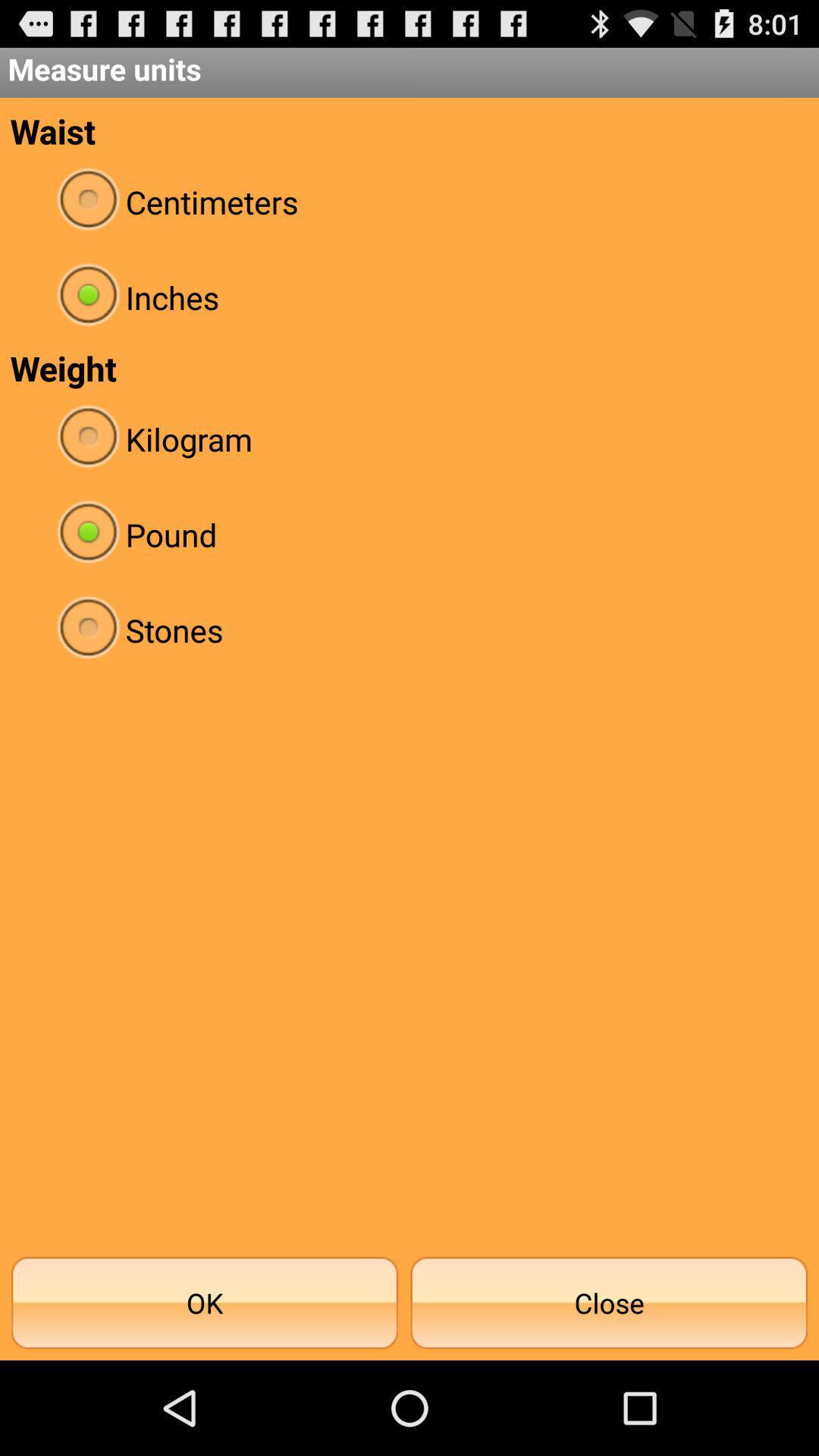 Image resolution: width=819 pixels, height=1456 pixels. Describe the element at coordinates (409, 438) in the screenshot. I see `app below weight item` at that location.